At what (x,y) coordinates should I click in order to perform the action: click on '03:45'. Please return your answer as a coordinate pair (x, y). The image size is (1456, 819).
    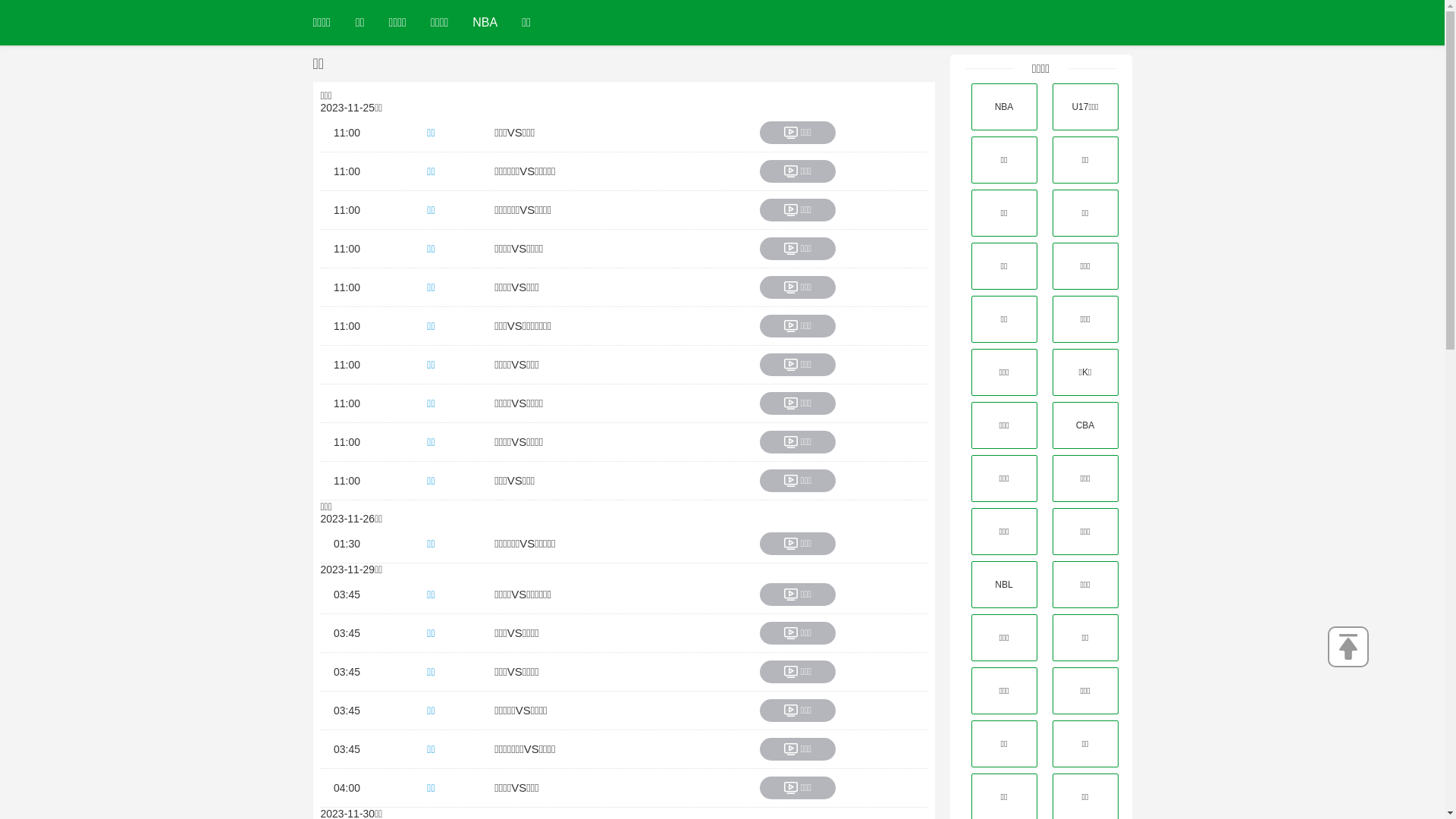
    Looking at the image, I should click on (346, 632).